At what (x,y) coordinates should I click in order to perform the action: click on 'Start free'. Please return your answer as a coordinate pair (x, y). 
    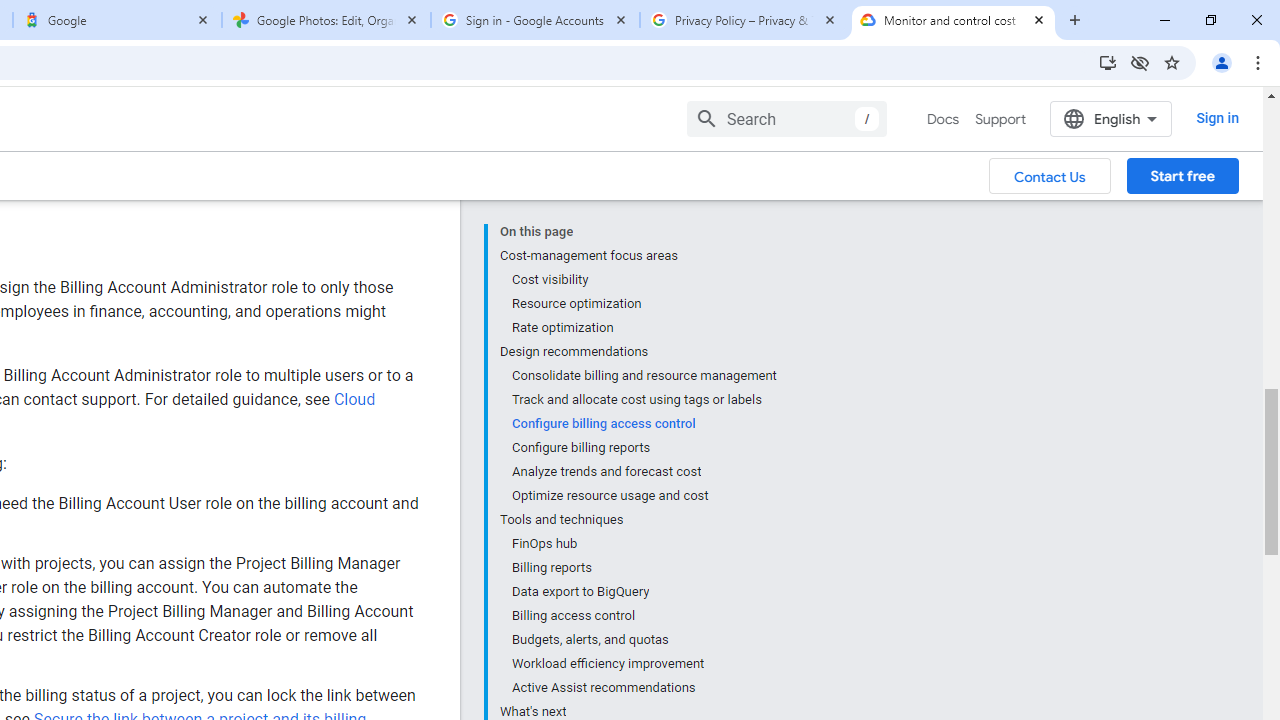
    Looking at the image, I should click on (1182, 174).